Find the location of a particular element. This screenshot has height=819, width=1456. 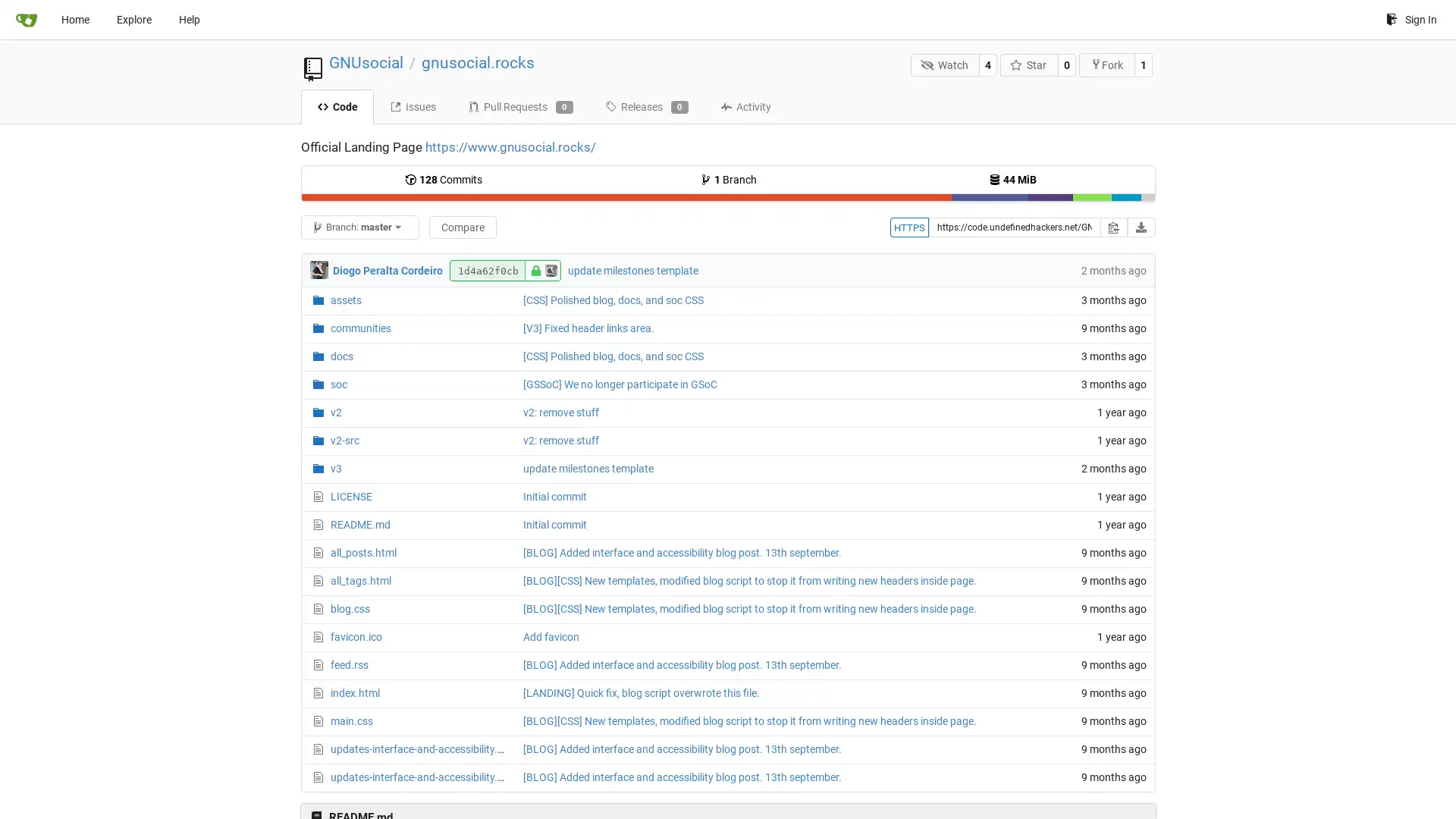

Watch is located at coordinates (944, 64).